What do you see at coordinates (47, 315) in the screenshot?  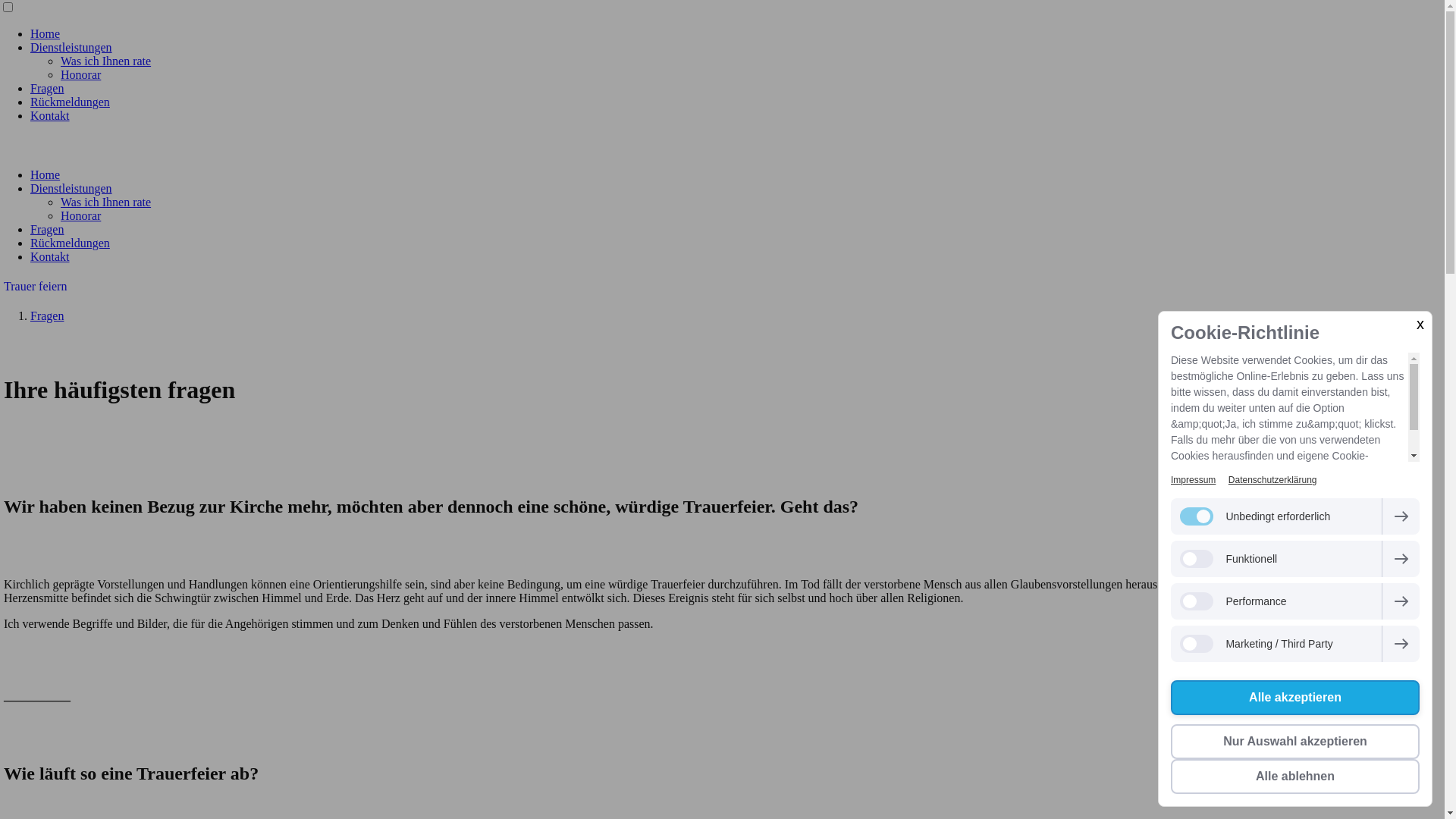 I see `'Fragen'` at bounding box center [47, 315].